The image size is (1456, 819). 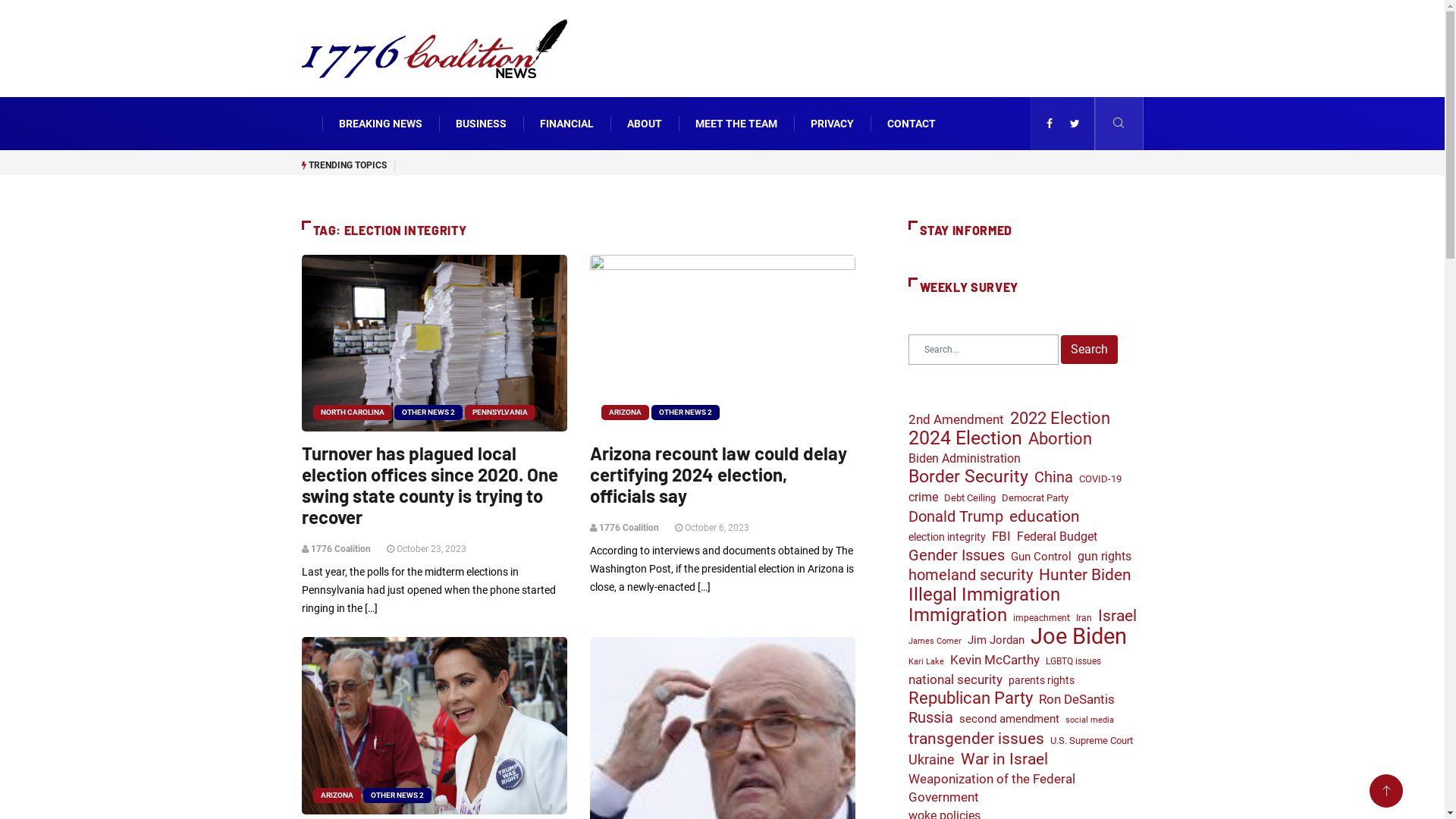 What do you see at coordinates (1072, 660) in the screenshot?
I see `'LGBTQ issues'` at bounding box center [1072, 660].